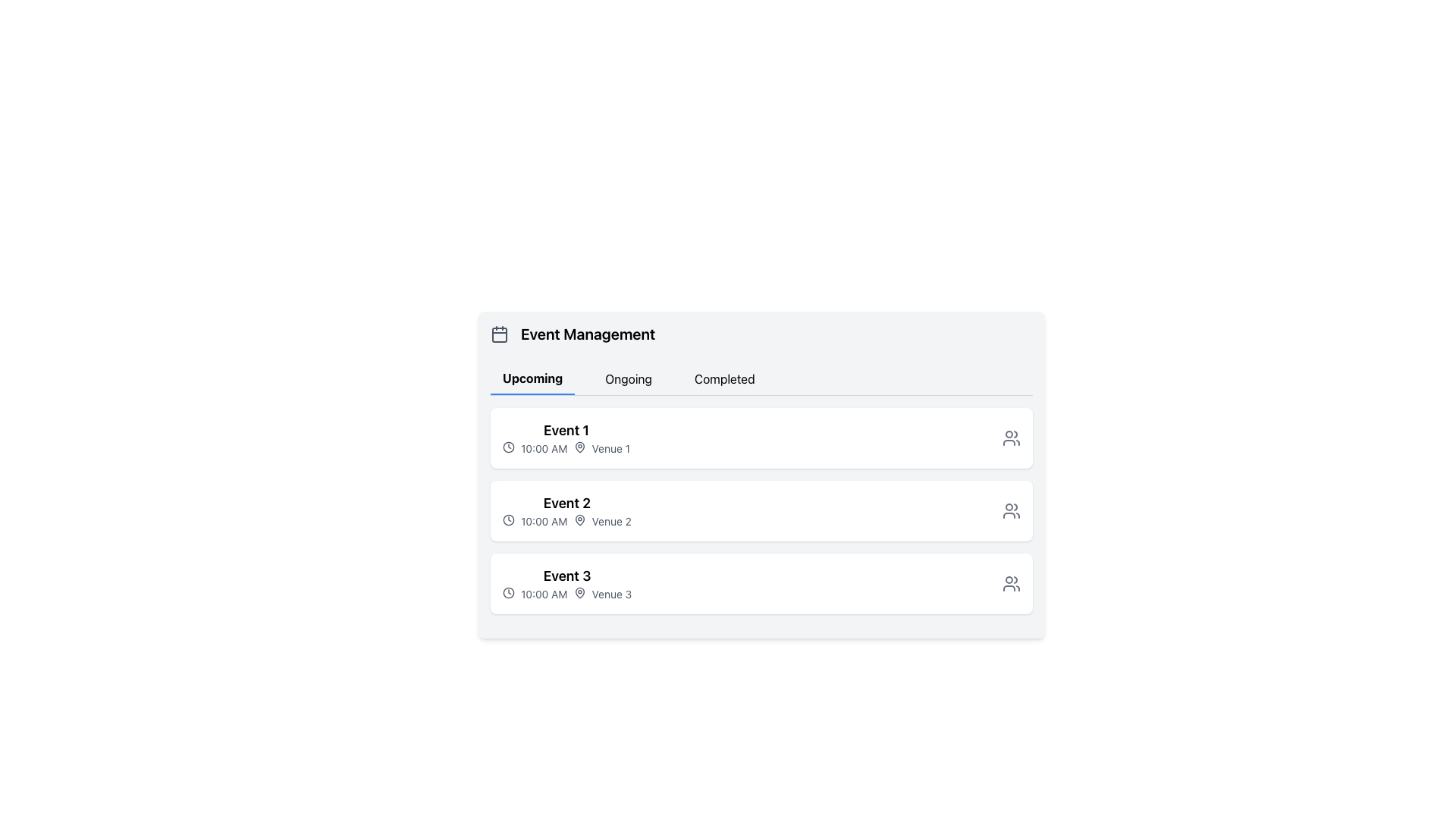 The image size is (1456, 819). What do you see at coordinates (566, 503) in the screenshot?
I see `the Label/Text Display element that serves as the title for the second event in the list, positioned between 'Event 1' and 'Event 3'` at bounding box center [566, 503].